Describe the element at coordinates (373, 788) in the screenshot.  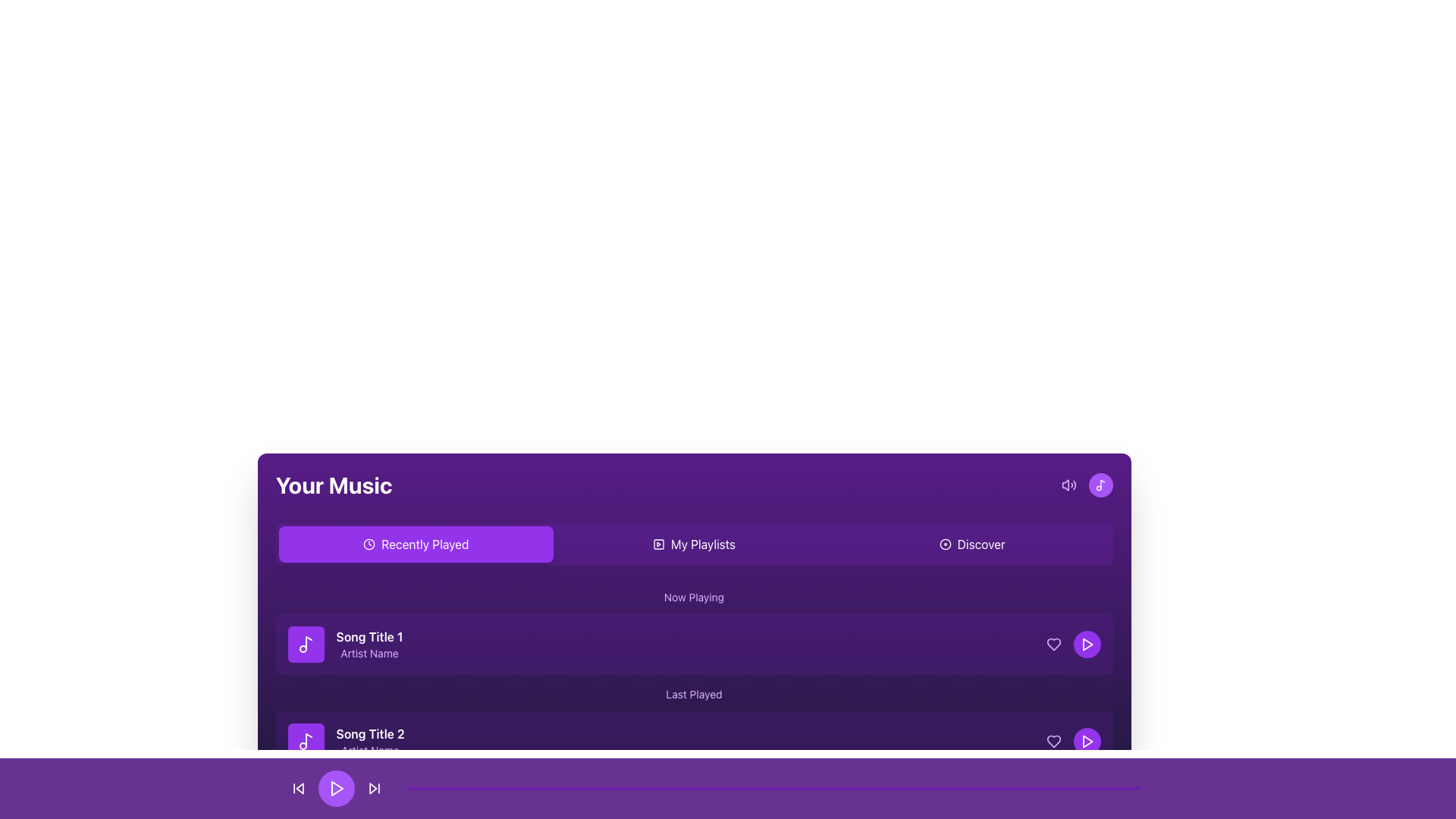
I see `the 'skip forward' icon located at the center of the control bar at the bottom of the interface to provide visual feedback` at that location.